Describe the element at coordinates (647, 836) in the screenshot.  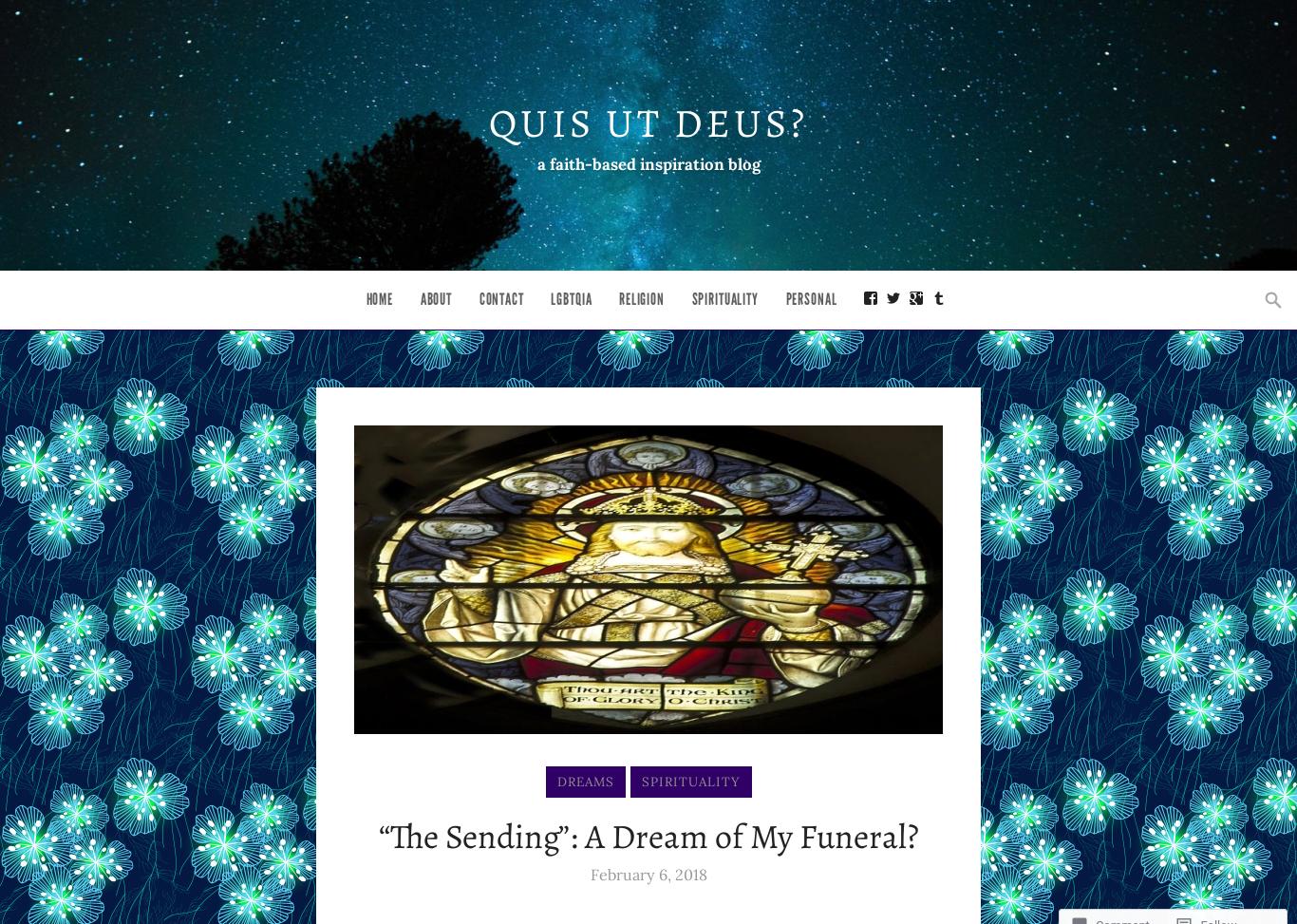
I see `'“The Sending”: A Dream of My Funeral?'` at that location.